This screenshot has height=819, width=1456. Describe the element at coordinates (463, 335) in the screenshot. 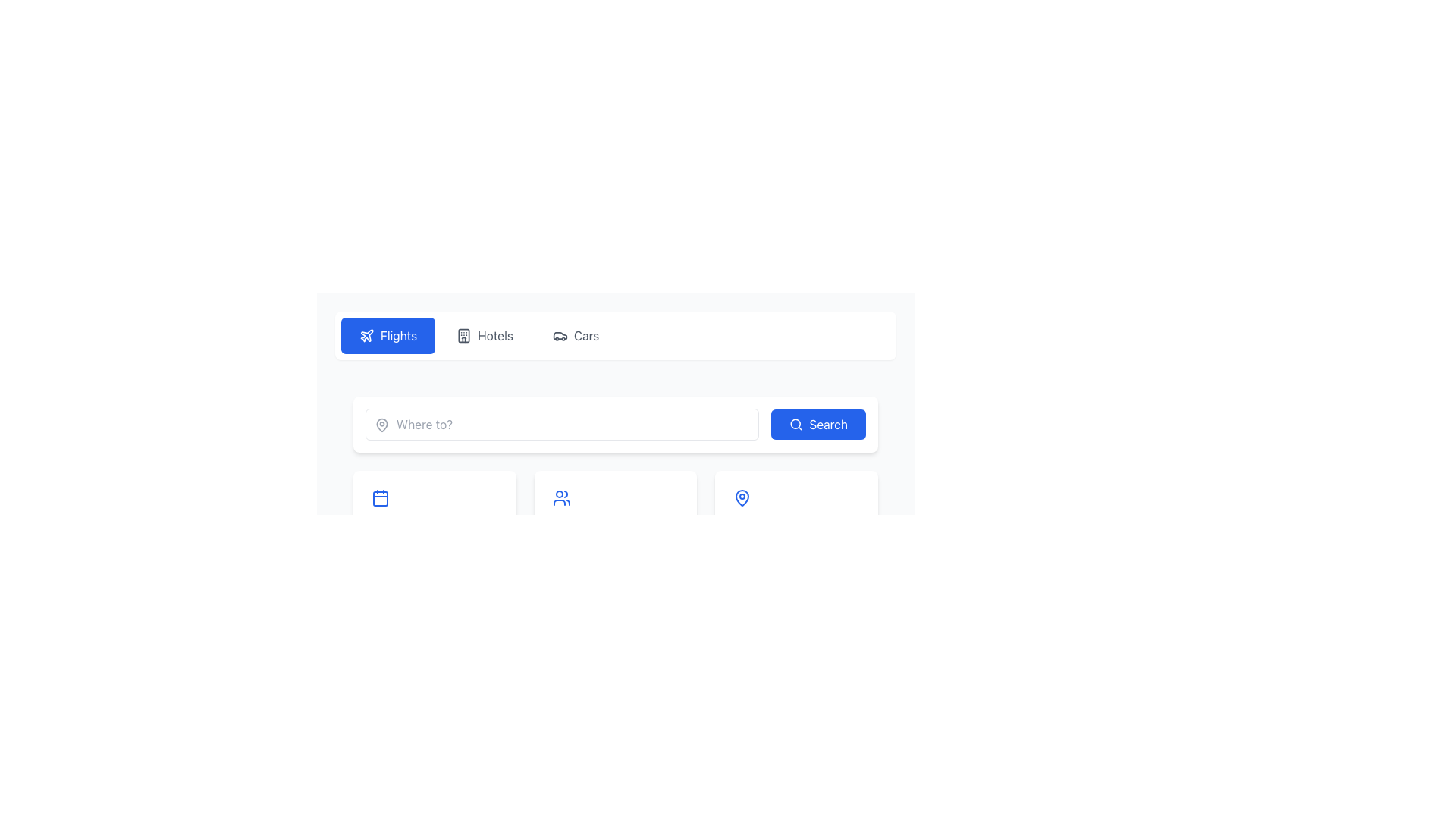

I see `the minimalistic building structure icon located in the 'Hotels' button group within the navigation panel` at that location.